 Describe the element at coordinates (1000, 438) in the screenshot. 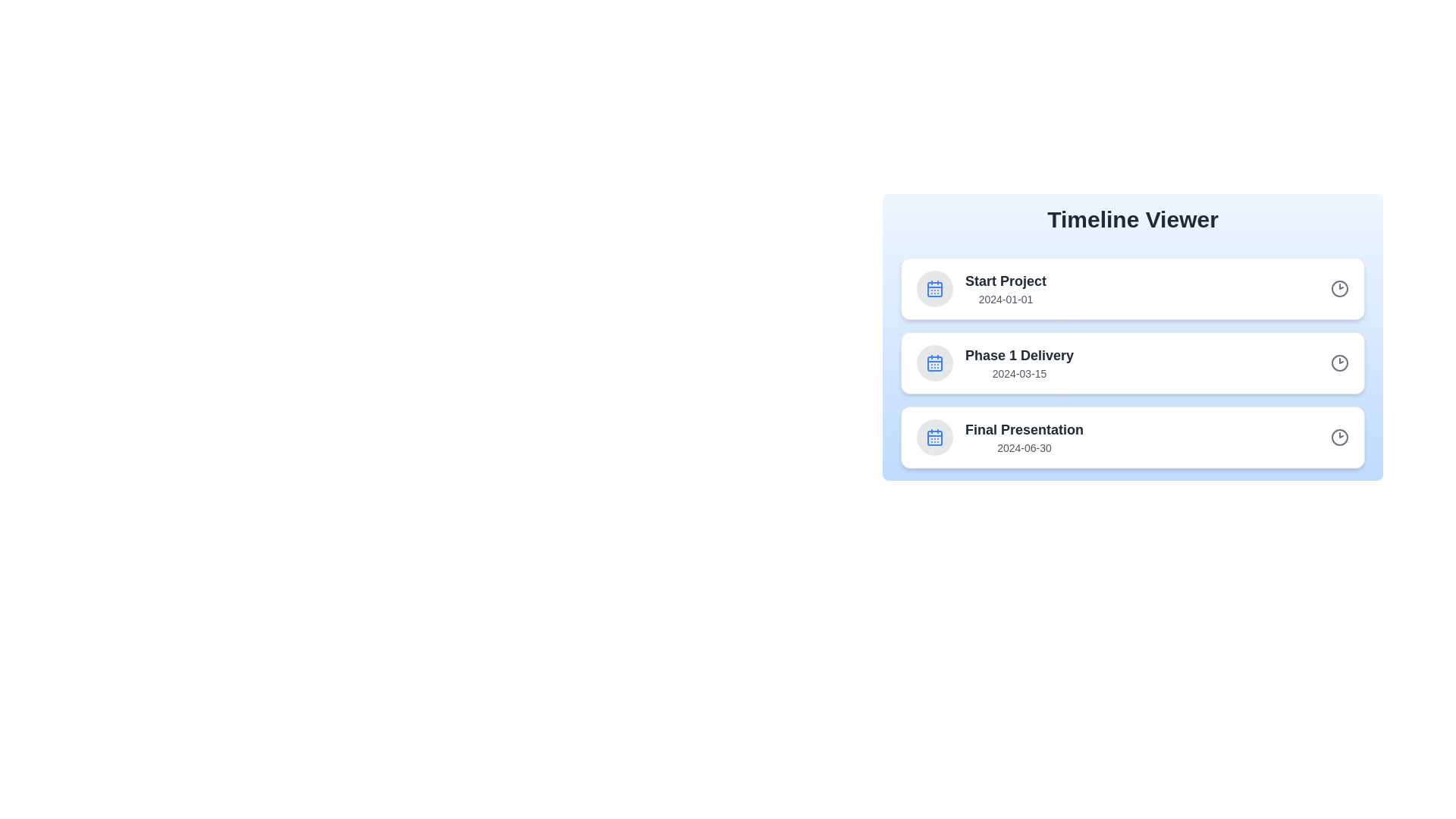

I see `the list item displaying 'Final Presentation' with the date '2024-06-30', which is the third item in the vertical list of timeline events within the 'Timeline Viewer'` at that location.